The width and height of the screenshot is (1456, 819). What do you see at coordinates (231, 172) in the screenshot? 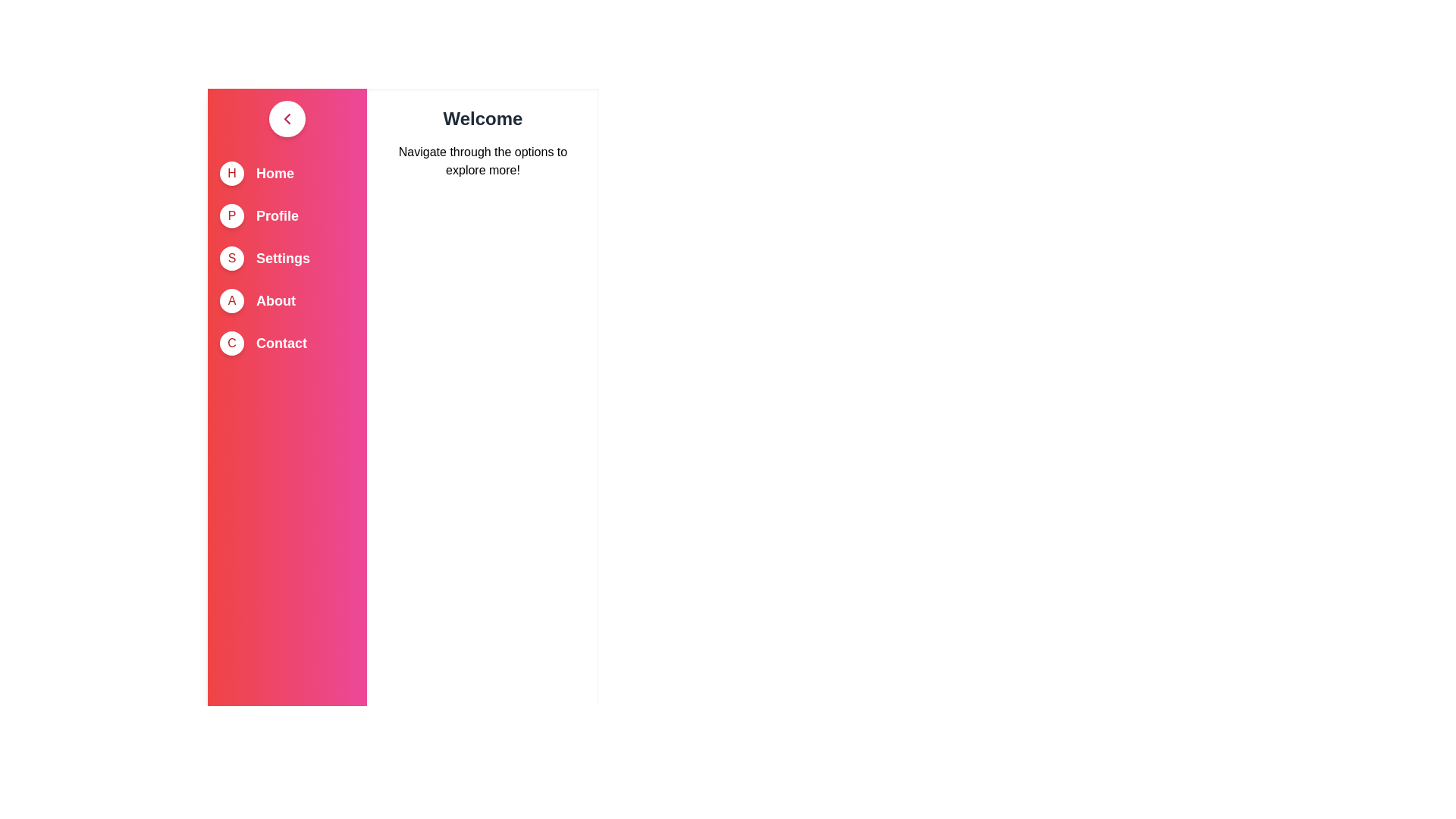
I see `the circle icon corresponding to Home` at bounding box center [231, 172].